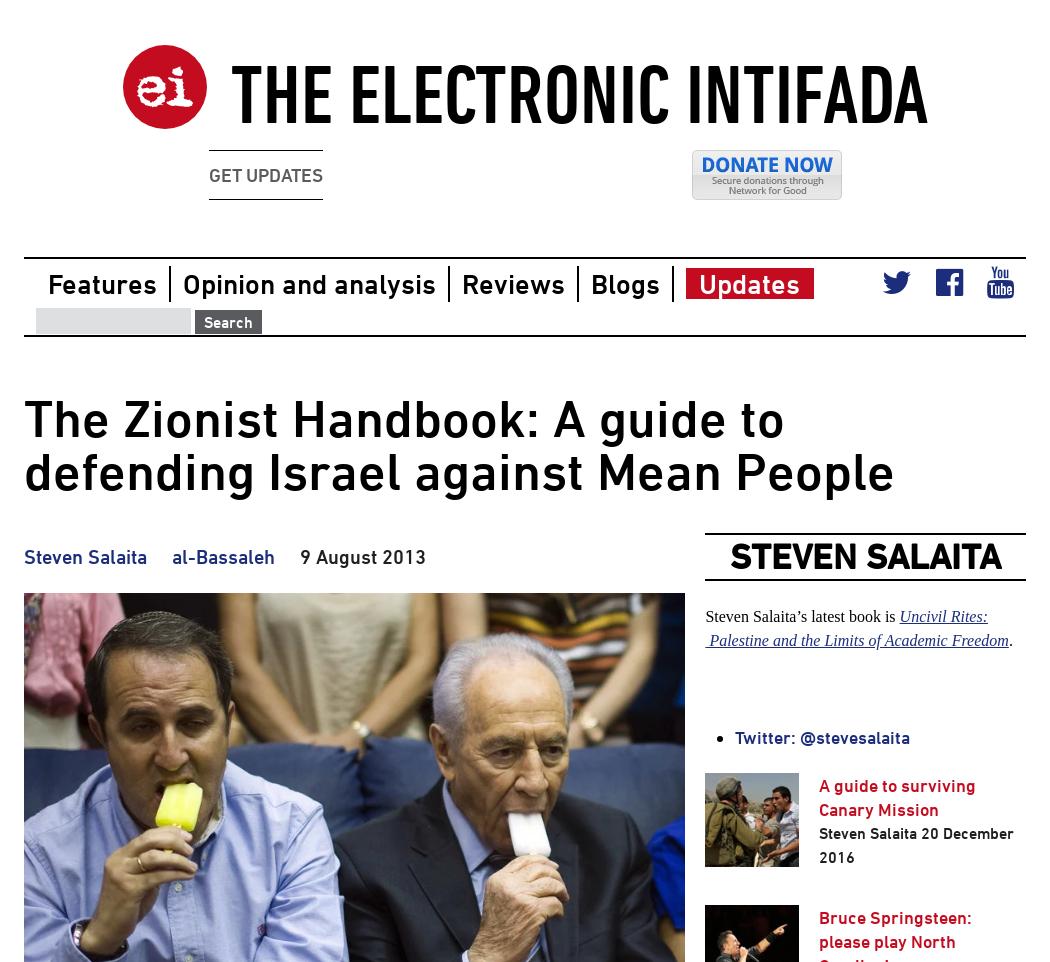 Image resolution: width=1050 pixels, height=962 pixels. What do you see at coordinates (309, 283) in the screenshot?
I see `'Opinion and analysis'` at bounding box center [309, 283].